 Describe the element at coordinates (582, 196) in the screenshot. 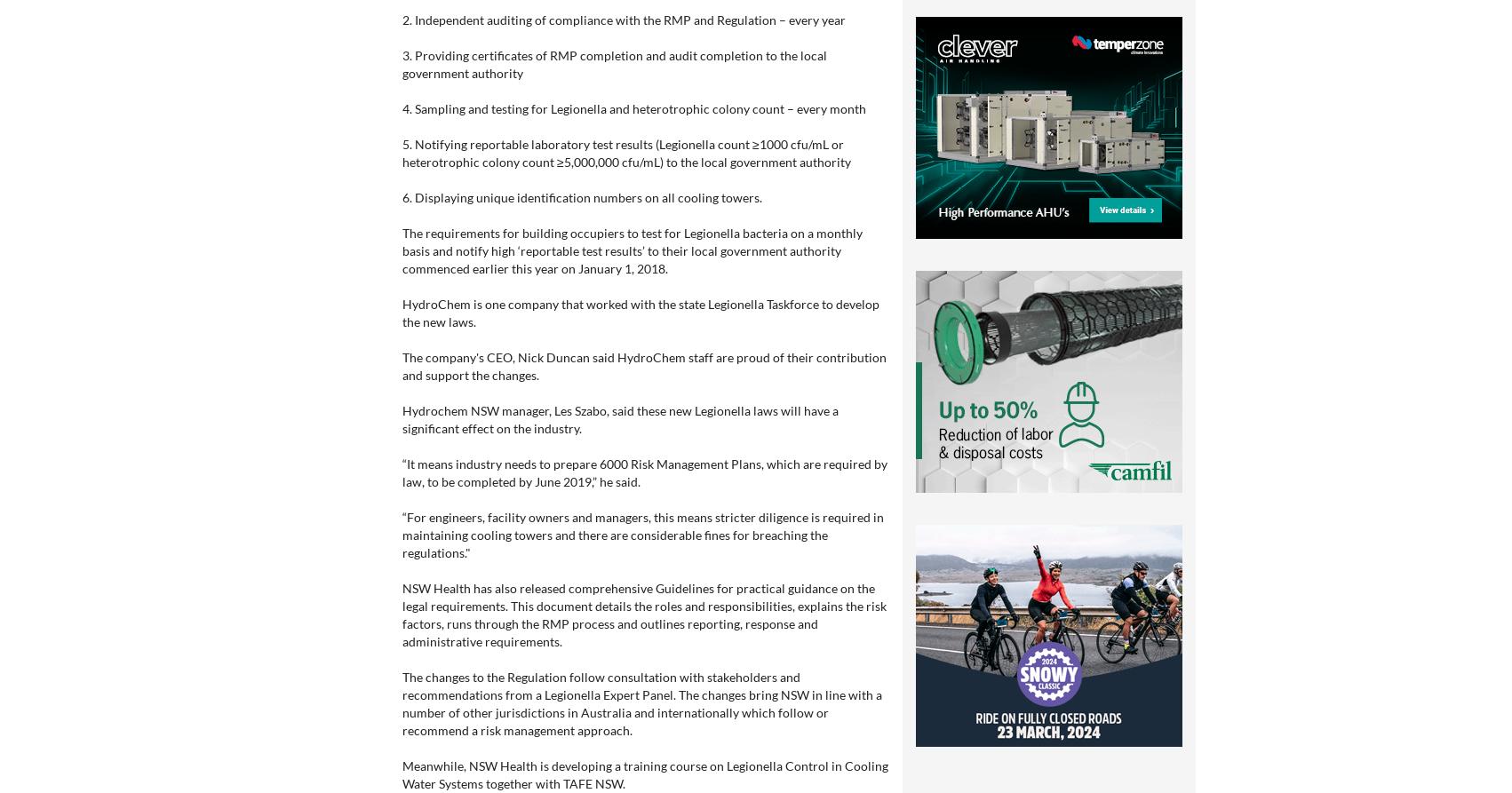

I see `'6. Displaying unique identification numbers on all cooling towers.'` at that location.